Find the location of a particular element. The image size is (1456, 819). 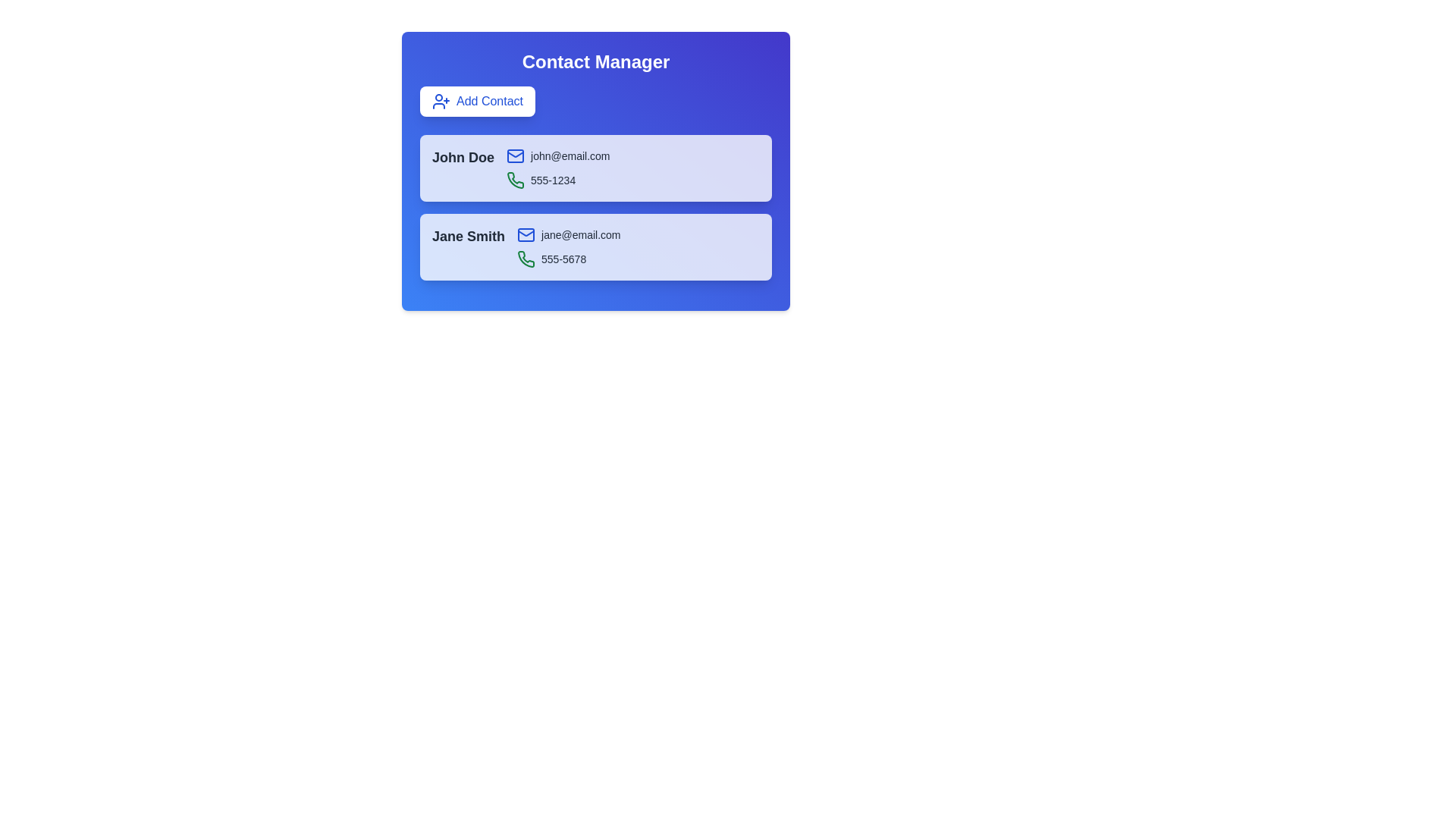

the text of the contact card for John Doe is located at coordinates (431, 146).